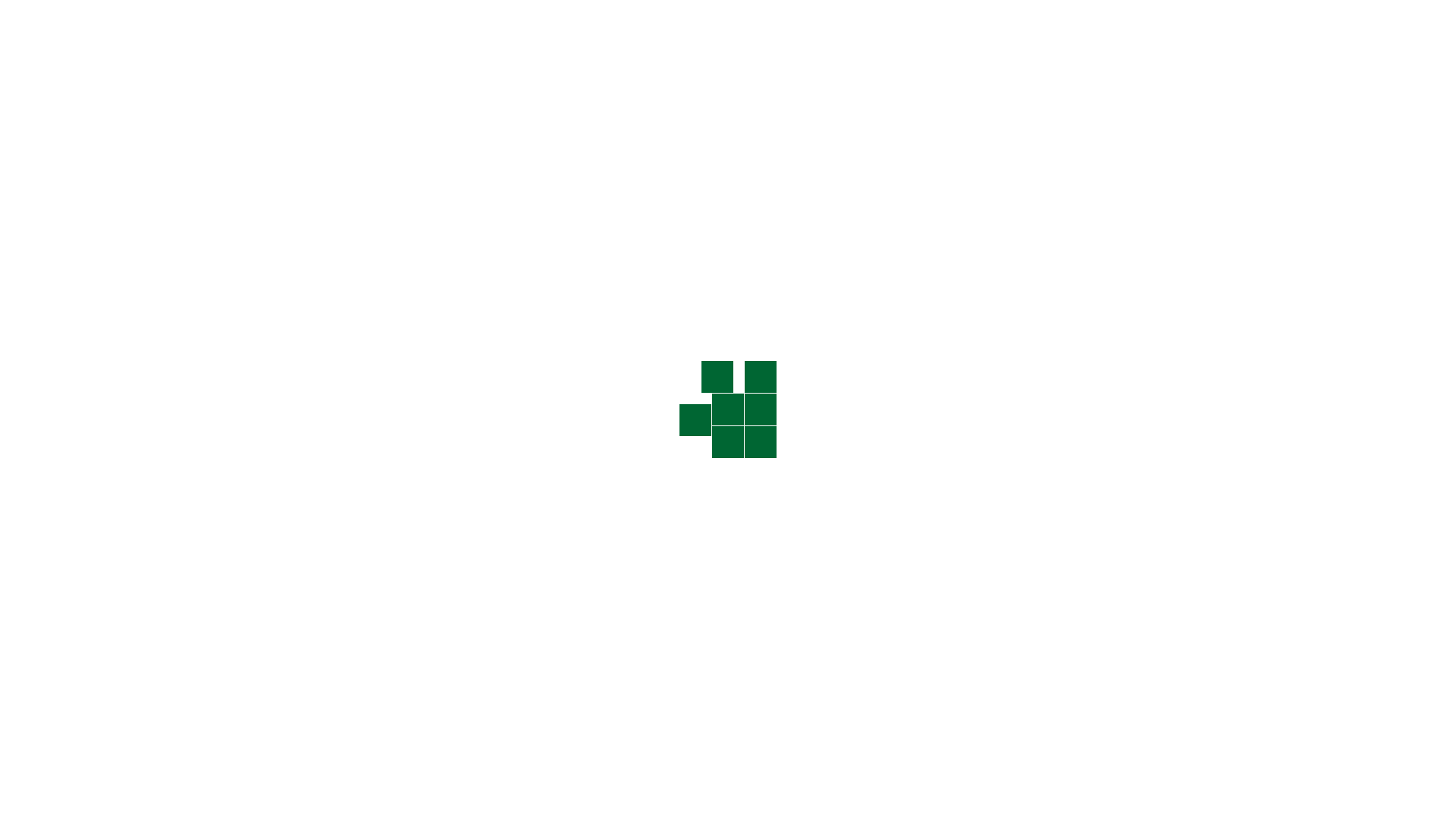 The height and width of the screenshot is (819, 1456). I want to click on 'GALLERY', so click(758, 64).